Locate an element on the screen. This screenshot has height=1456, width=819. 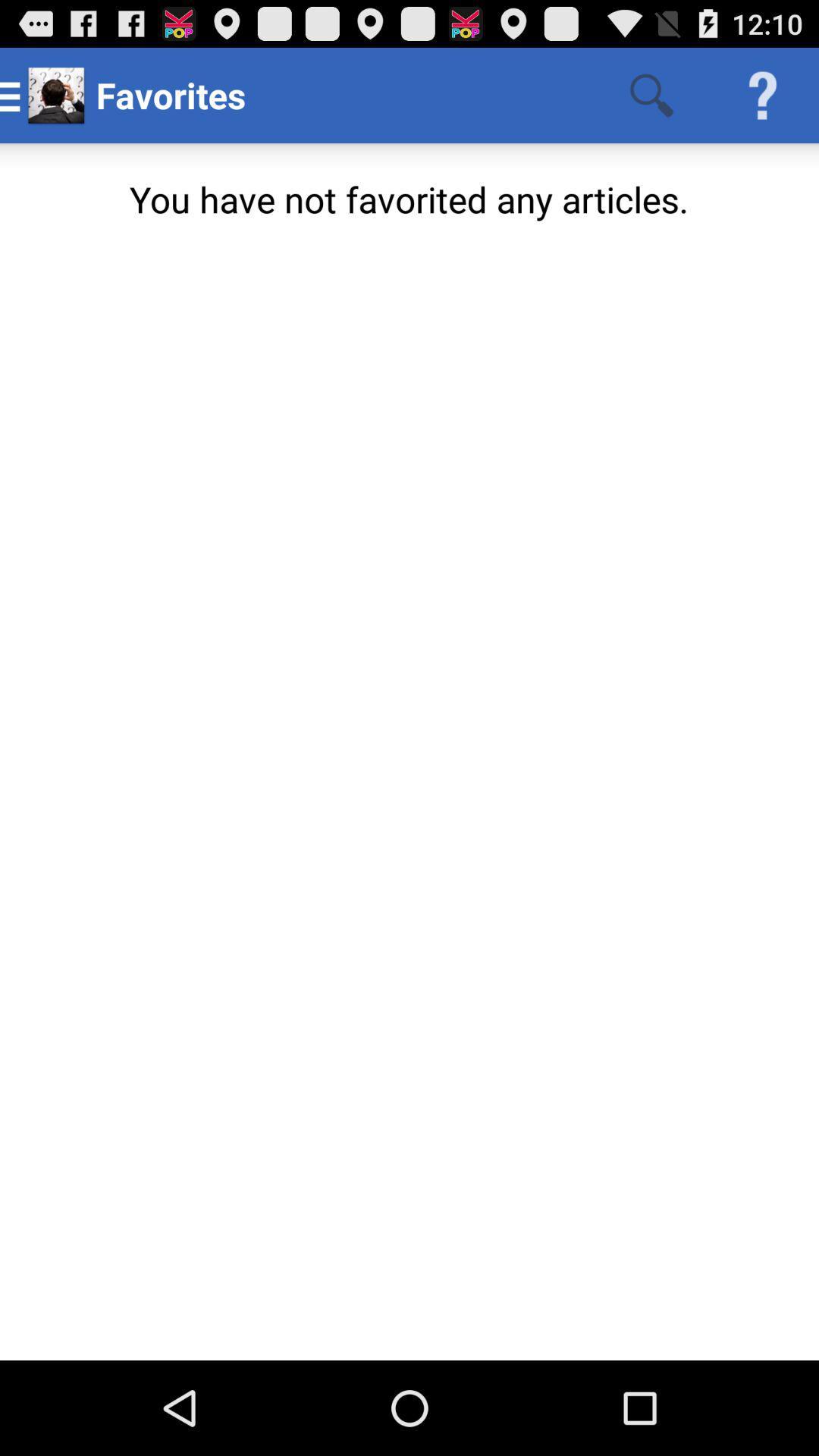
app above the you have not app is located at coordinates (763, 94).